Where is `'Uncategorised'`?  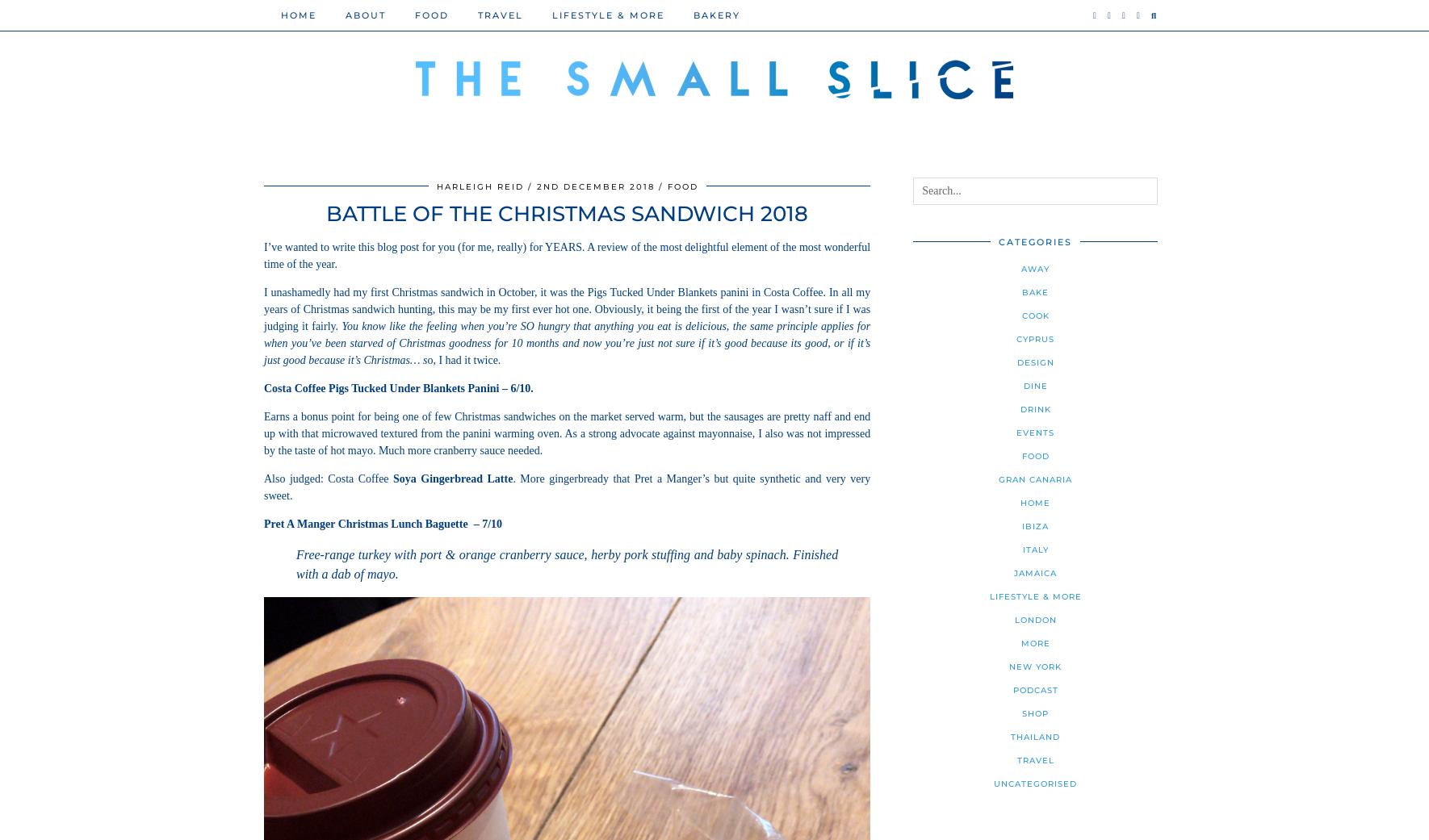 'Uncategorised' is located at coordinates (1034, 784).